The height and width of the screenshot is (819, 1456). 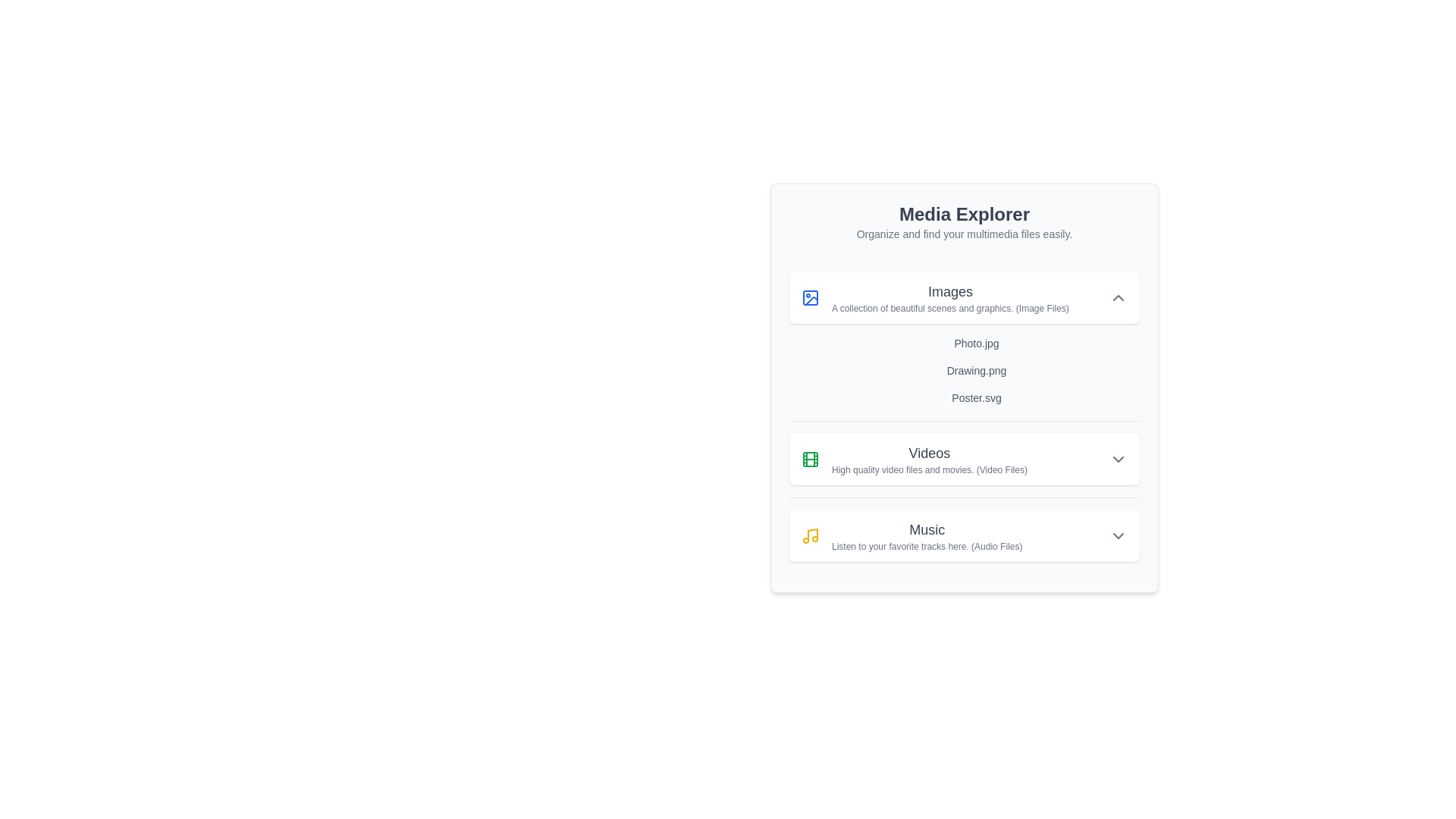 I want to click on the text label that says 'Listen to your favorite tracks here. (Audio Files)', which is styled in a small gray font and positioned below the larger header labeled 'Music', so click(x=926, y=547).